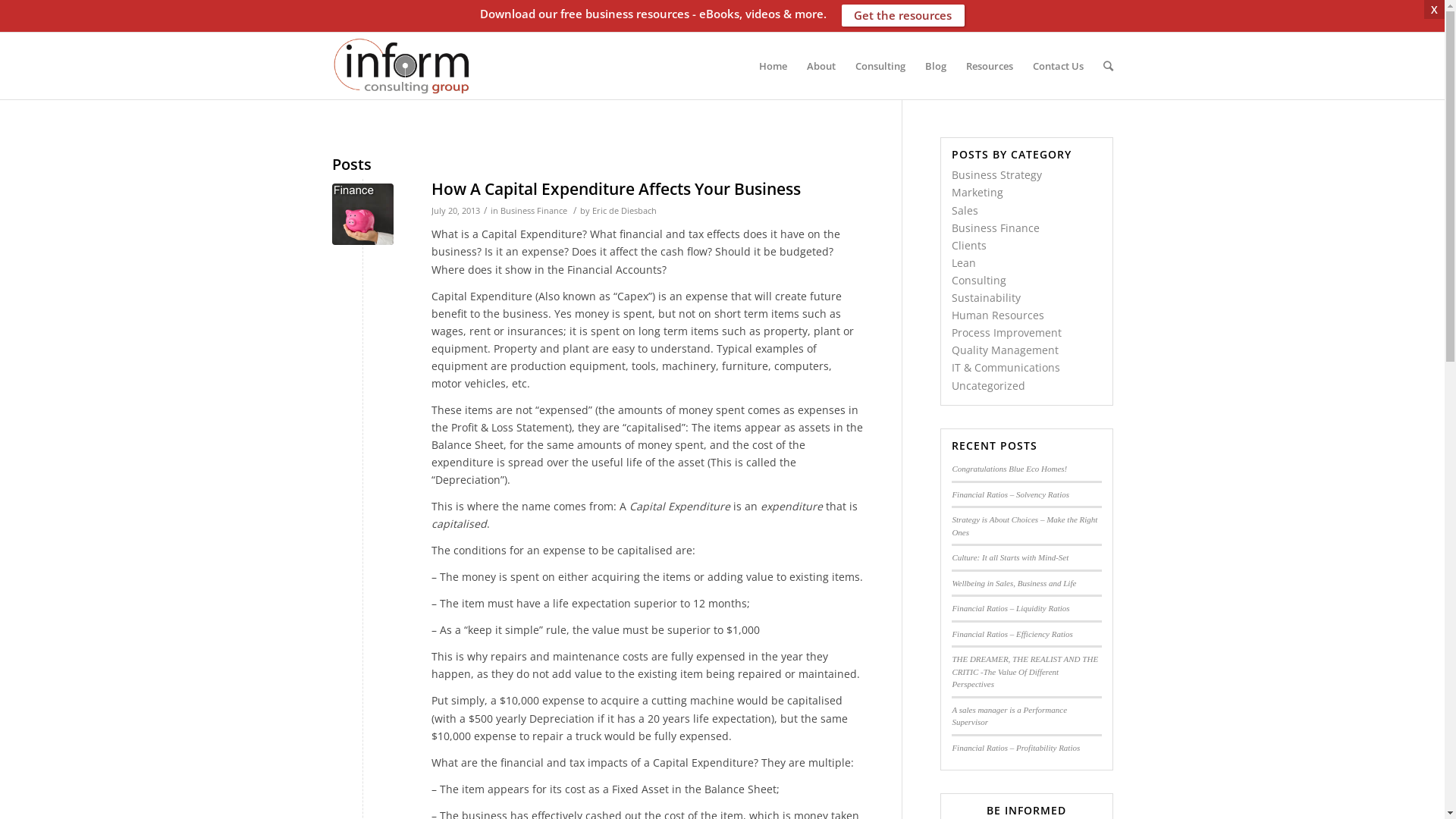 The width and height of the screenshot is (1456, 819). I want to click on 'Business Finance', so click(534, 210).